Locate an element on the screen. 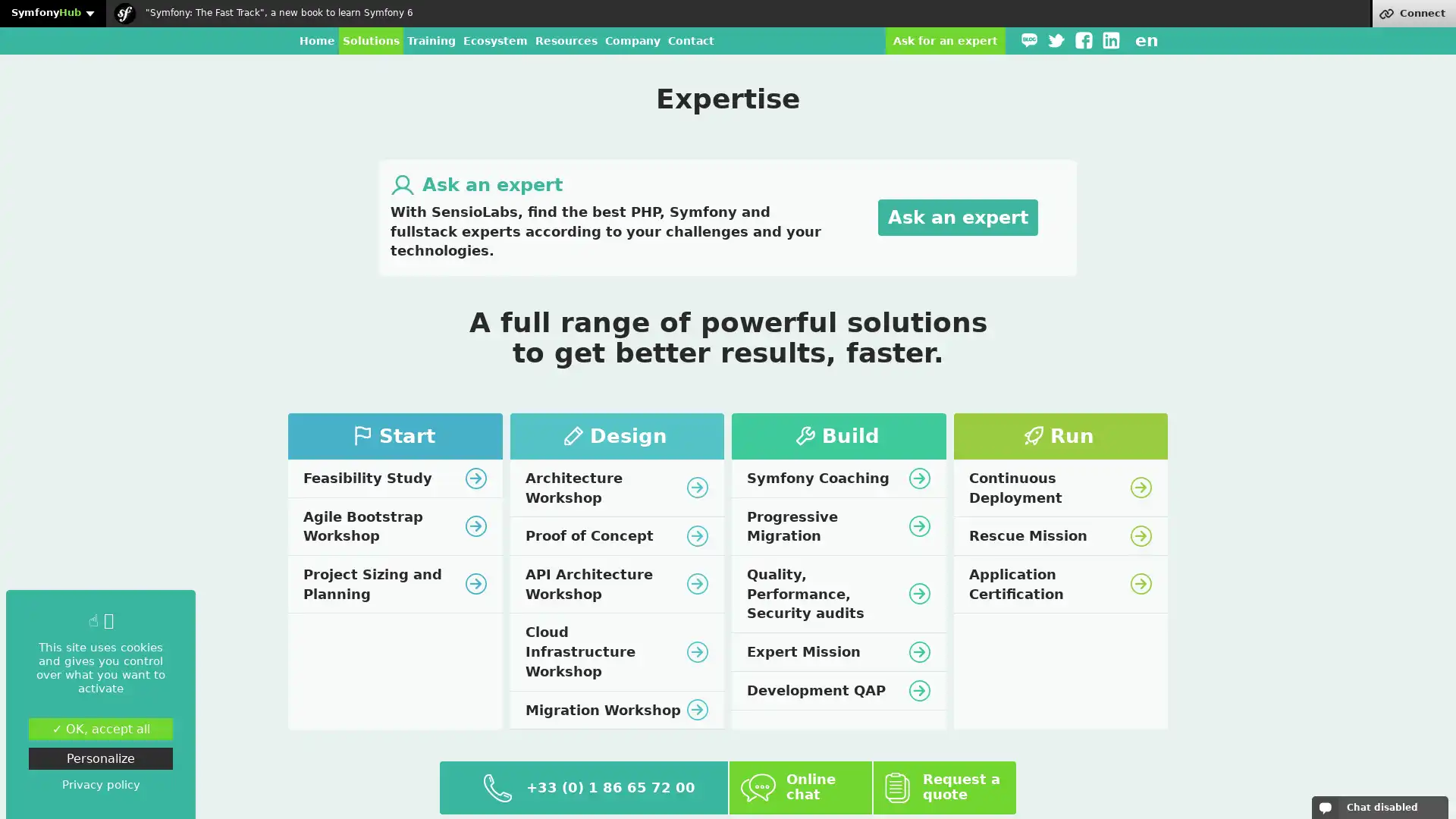  OK, accept all is located at coordinates (100, 727).